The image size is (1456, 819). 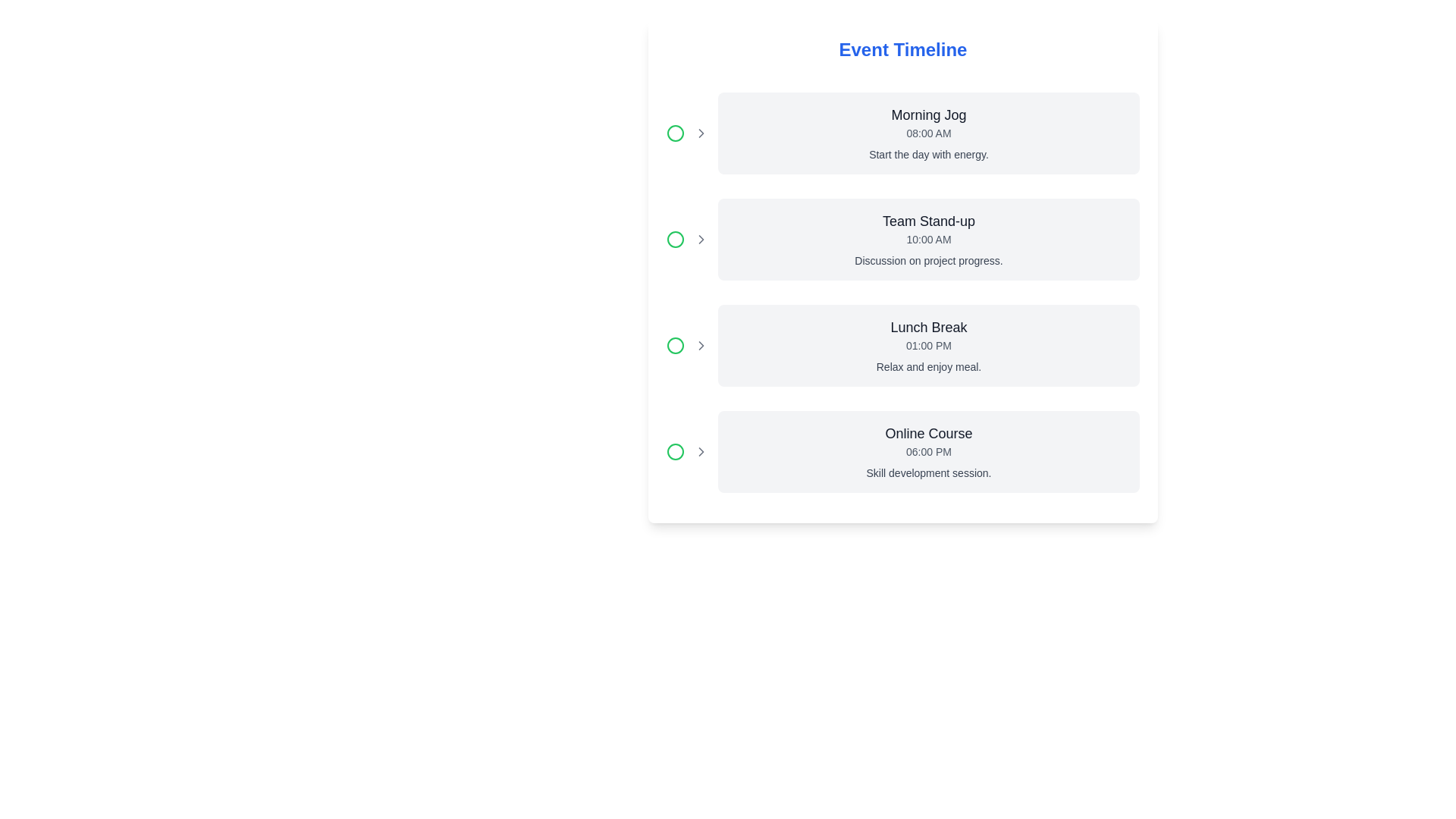 What do you see at coordinates (927, 366) in the screenshot?
I see `the descriptive text label for the event 'Lunch Break'` at bounding box center [927, 366].